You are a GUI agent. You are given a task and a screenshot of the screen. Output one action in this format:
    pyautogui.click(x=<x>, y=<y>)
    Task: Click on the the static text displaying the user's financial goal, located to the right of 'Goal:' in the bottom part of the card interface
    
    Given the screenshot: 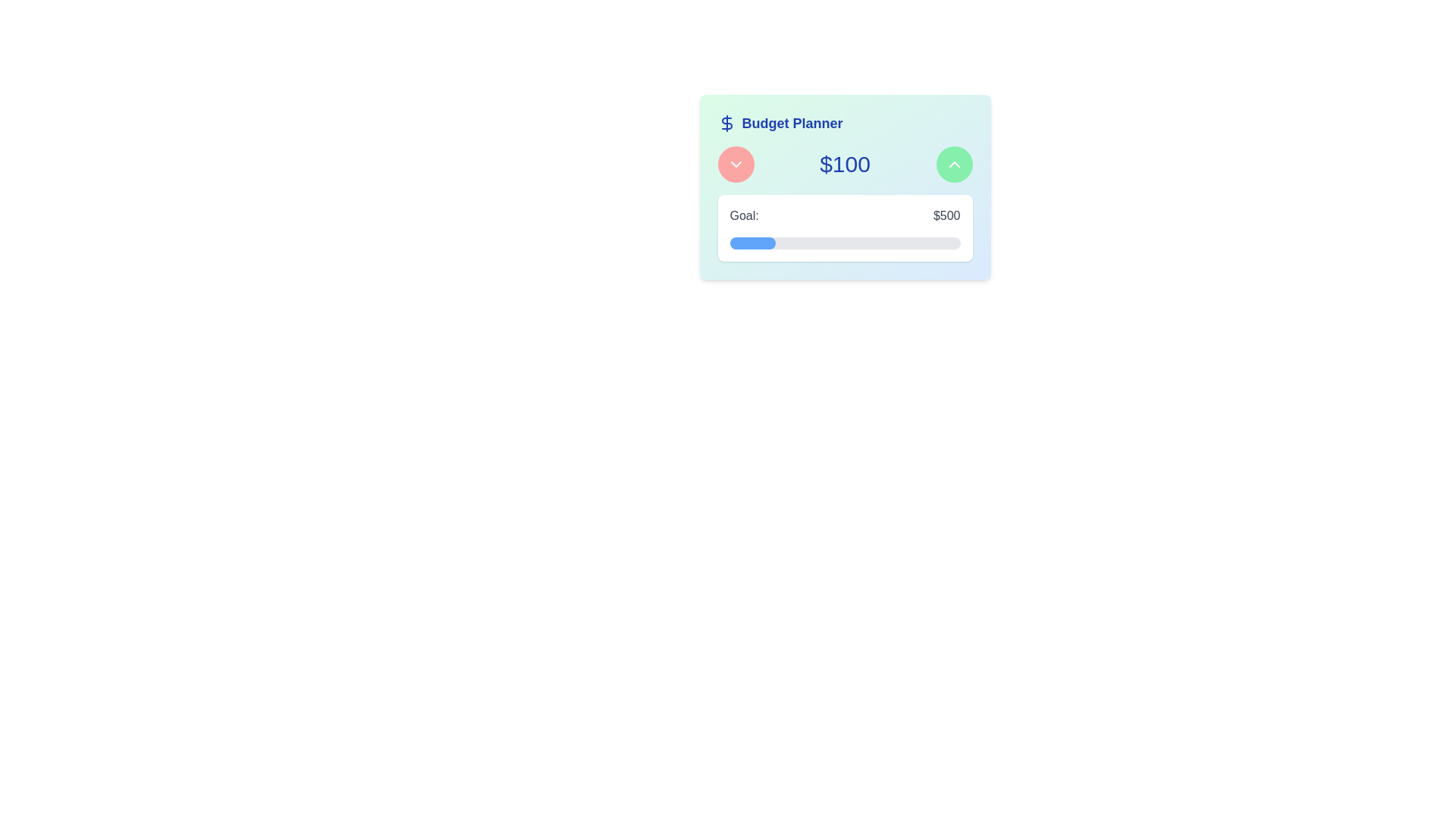 What is the action you would take?
    pyautogui.click(x=946, y=216)
    